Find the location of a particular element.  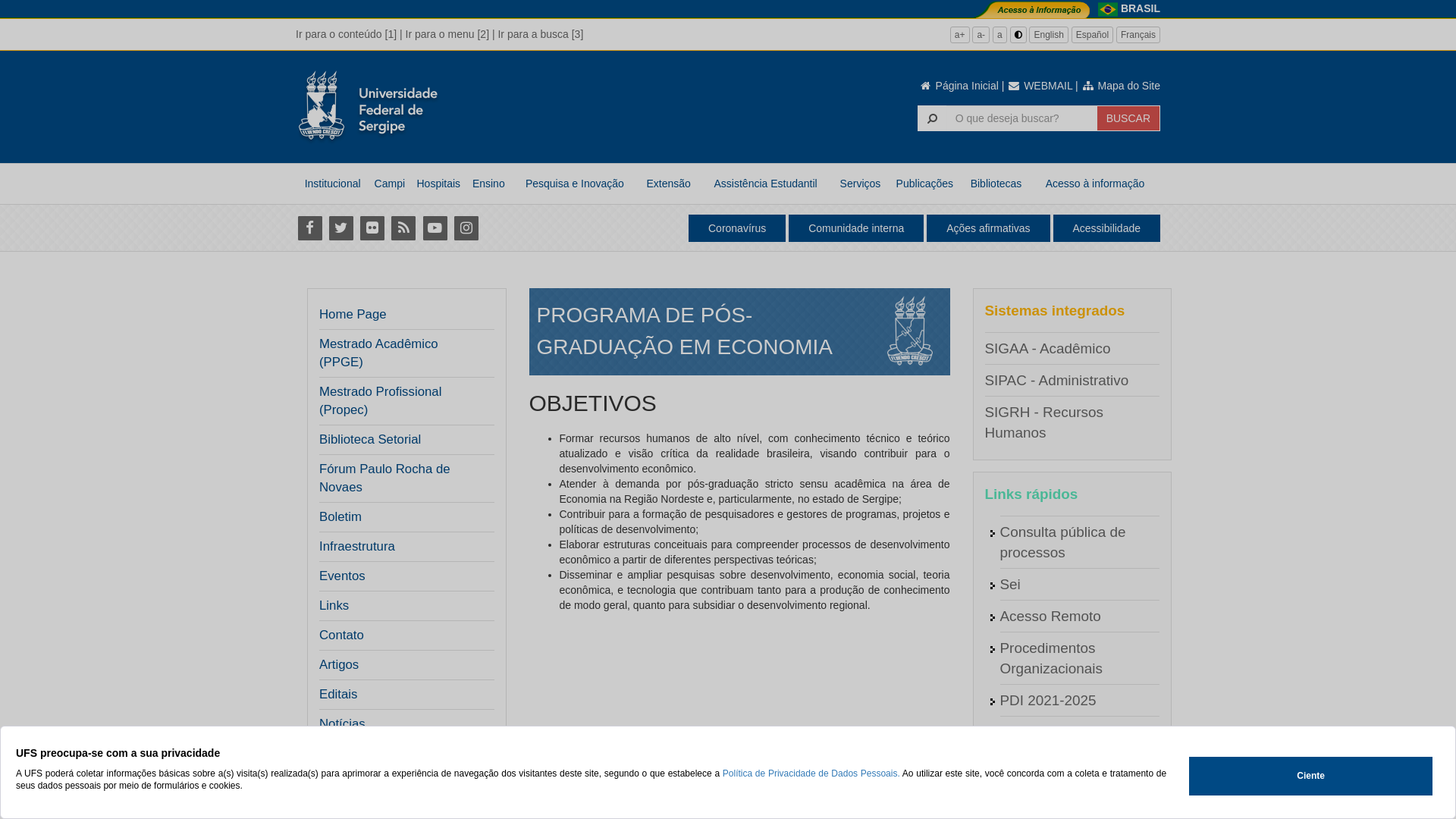

'PDI 2021-2025' is located at coordinates (1046, 700).